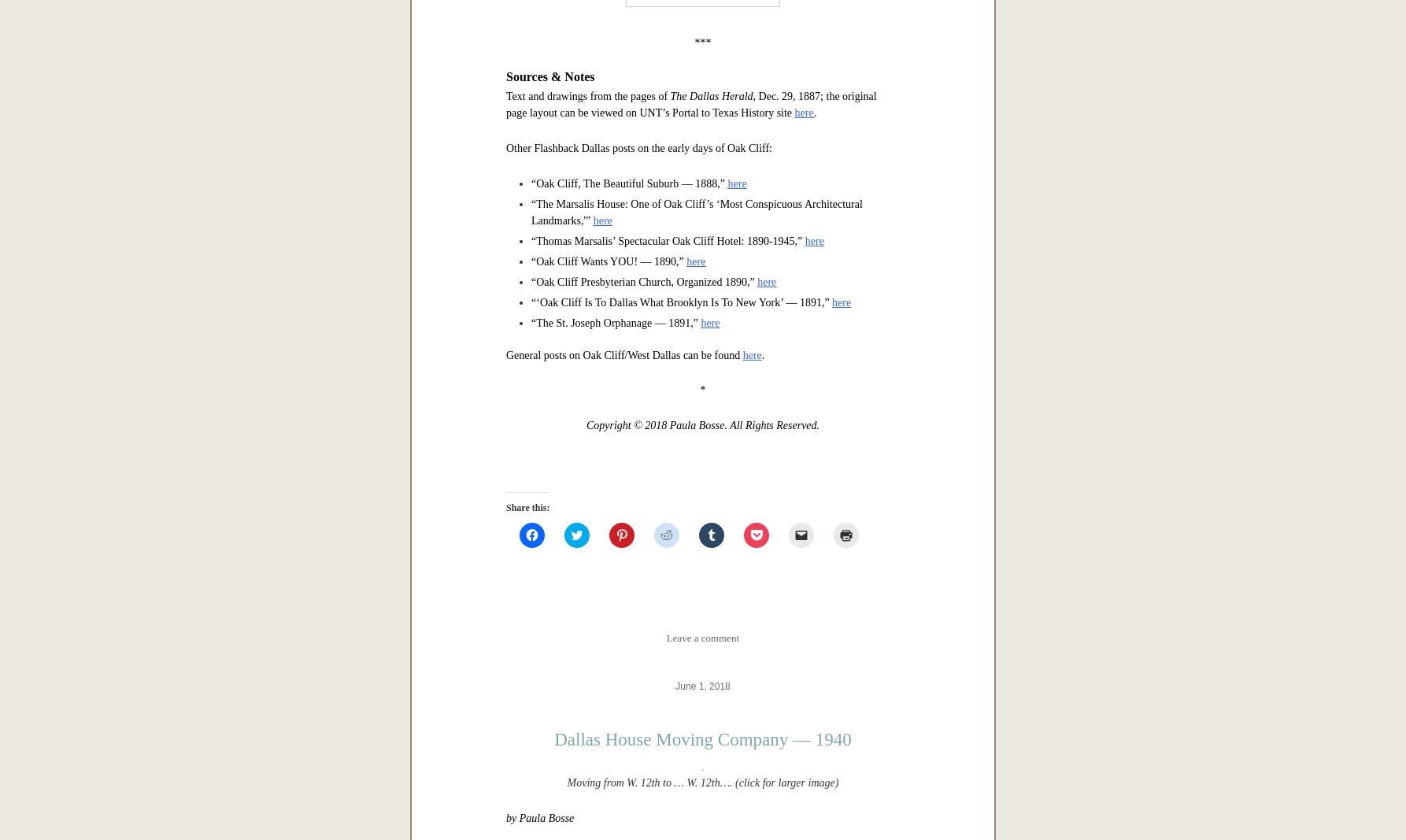 The height and width of the screenshot is (840, 1406). What do you see at coordinates (711, 590) in the screenshot?
I see `'The Dallas Herald'` at bounding box center [711, 590].